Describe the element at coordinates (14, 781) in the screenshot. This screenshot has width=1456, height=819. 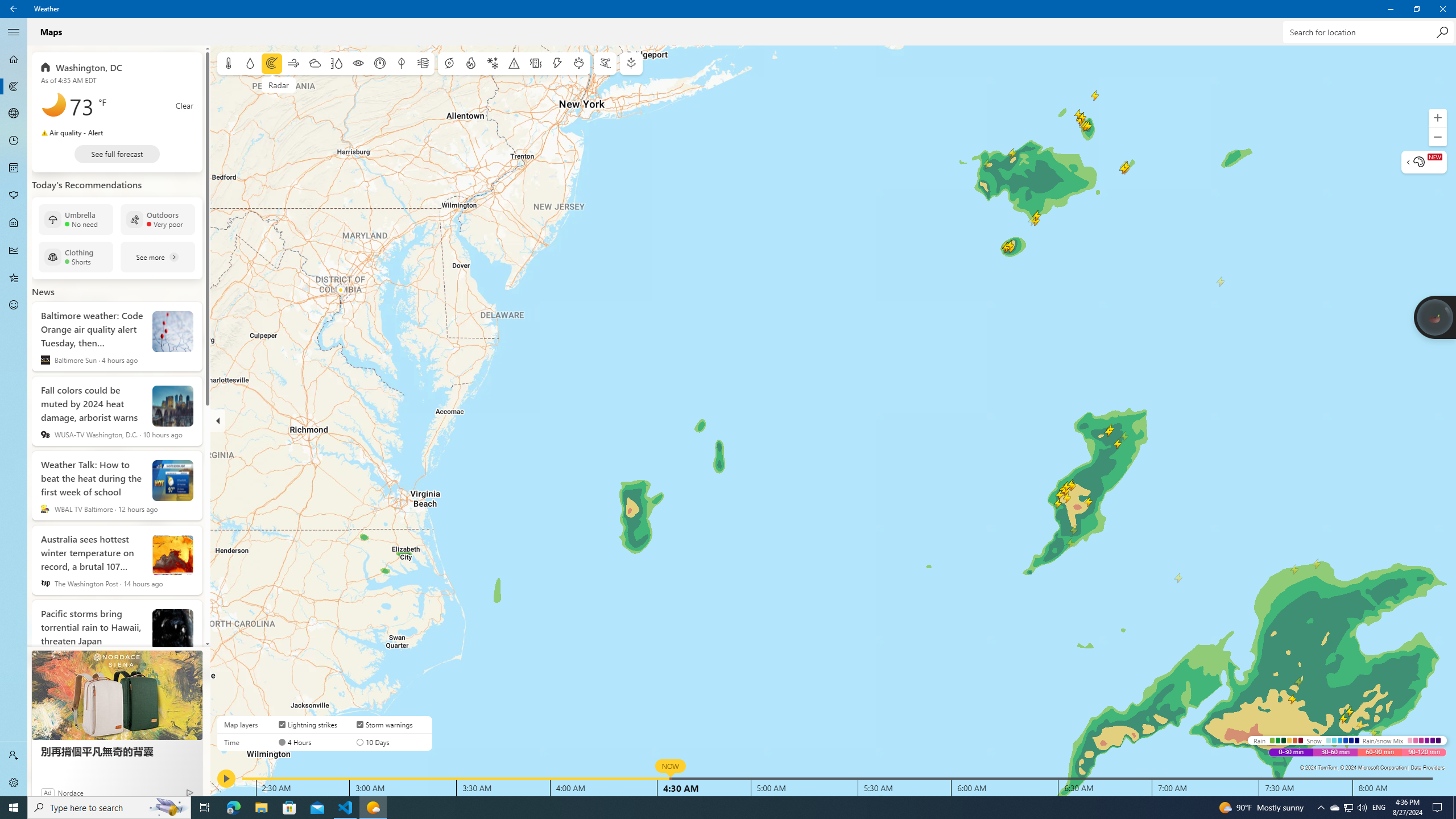
I see `'Settings'` at that location.